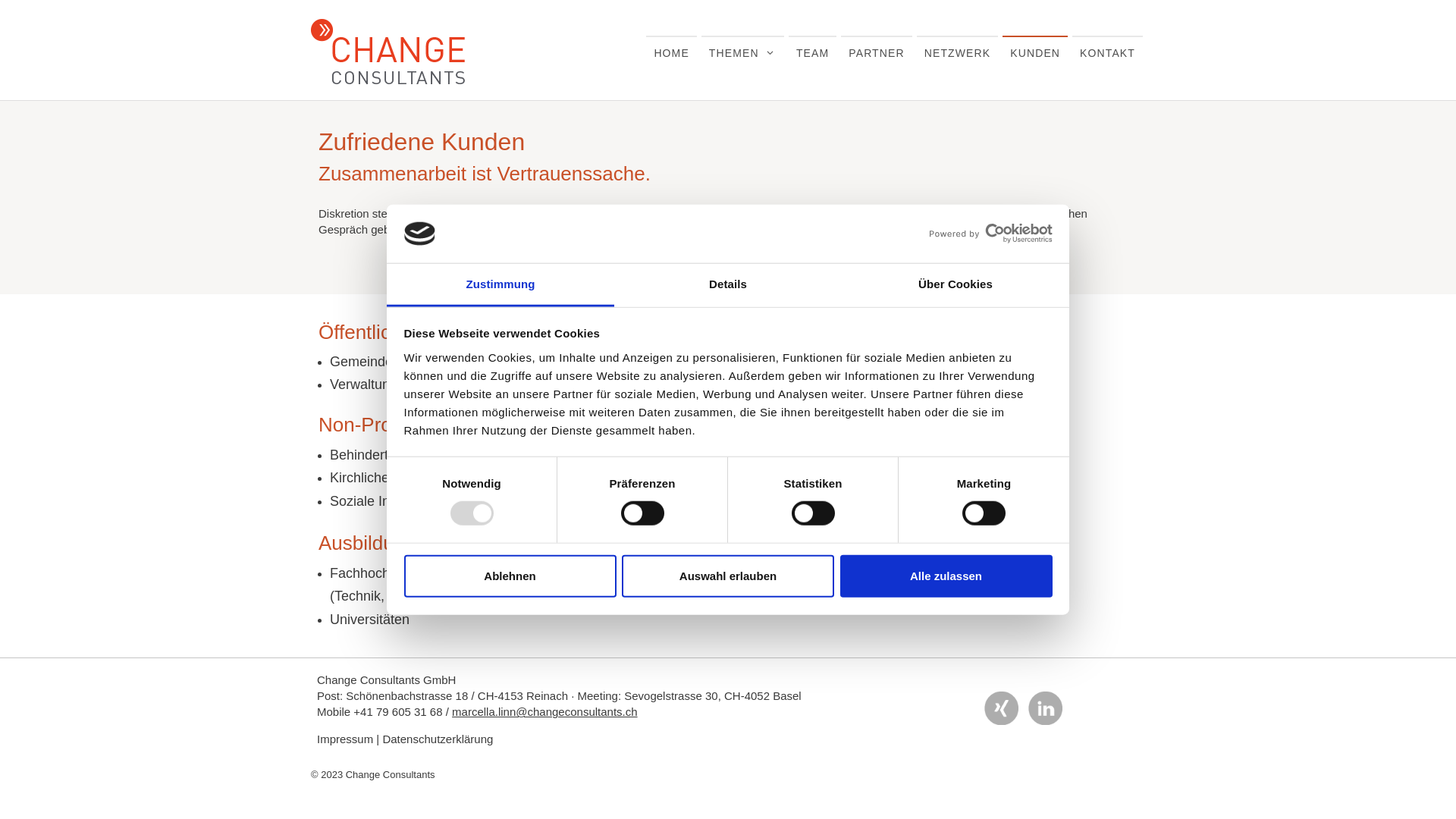 This screenshot has width=1456, height=819. I want to click on 'KONTAKT', so click(1107, 52).